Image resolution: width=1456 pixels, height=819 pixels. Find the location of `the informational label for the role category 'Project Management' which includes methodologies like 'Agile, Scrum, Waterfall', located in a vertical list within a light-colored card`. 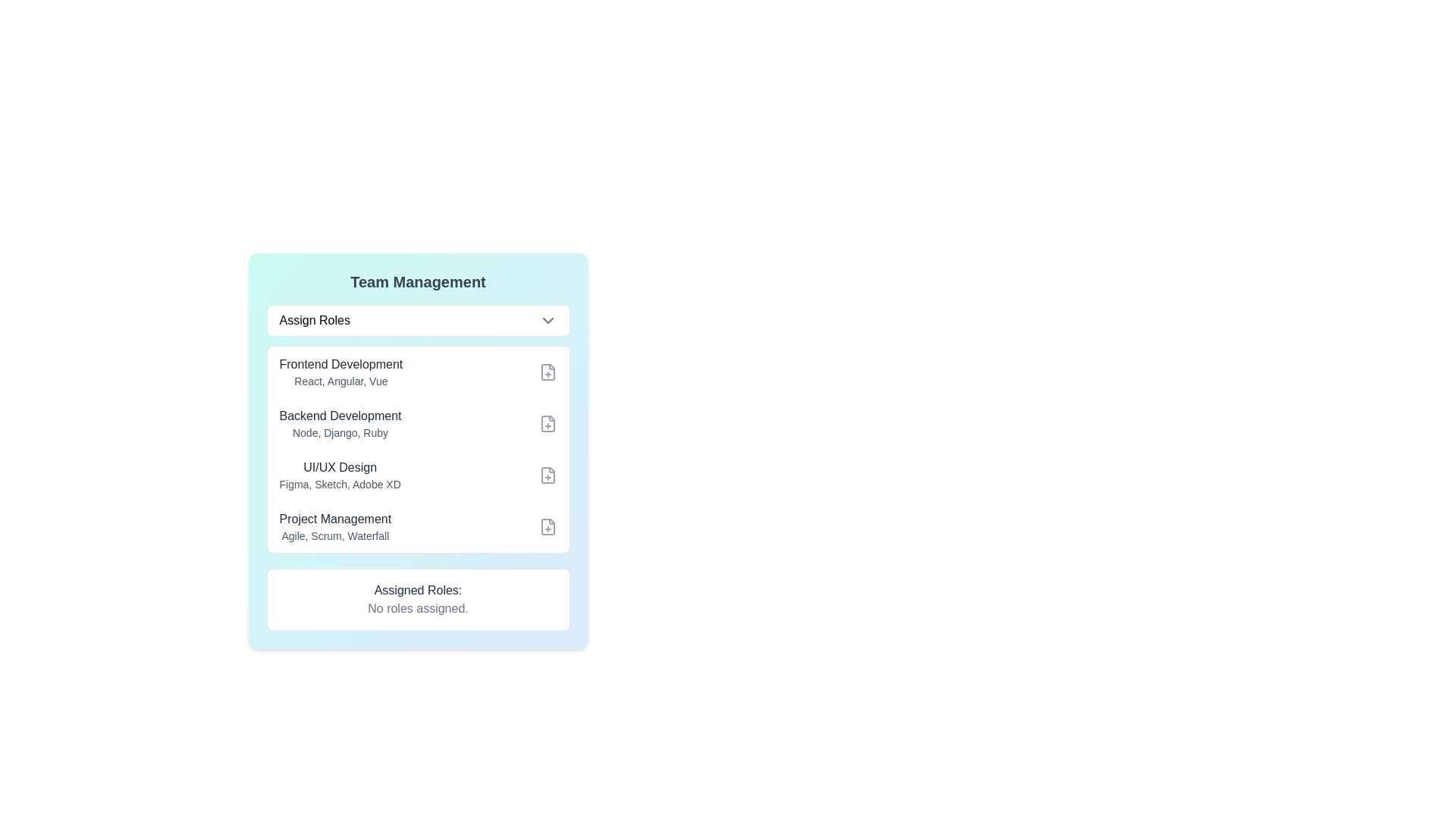

the informational label for the role category 'Project Management' which includes methodologies like 'Agile, Scrum, Waterfall', located in a vertical list within a light-colored card is located at coordinates (334, 526).